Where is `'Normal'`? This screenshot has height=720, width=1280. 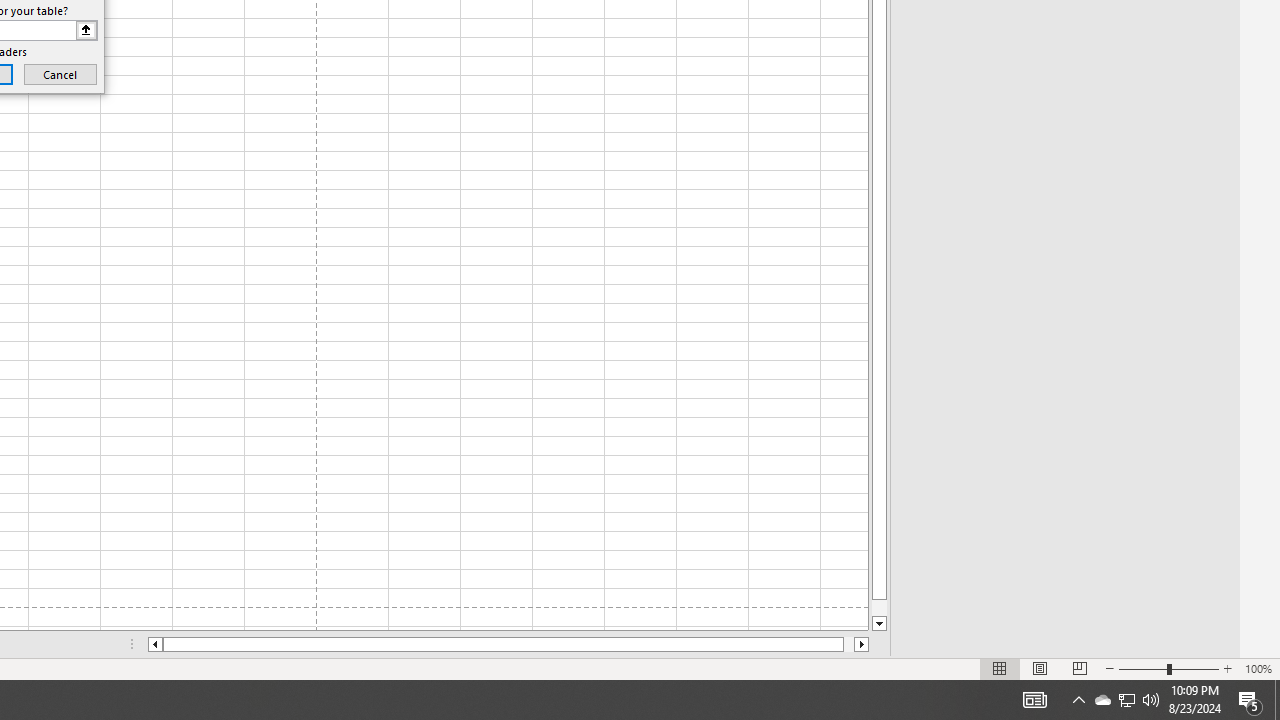 'Normal' is located at coordinates (1000, 669).